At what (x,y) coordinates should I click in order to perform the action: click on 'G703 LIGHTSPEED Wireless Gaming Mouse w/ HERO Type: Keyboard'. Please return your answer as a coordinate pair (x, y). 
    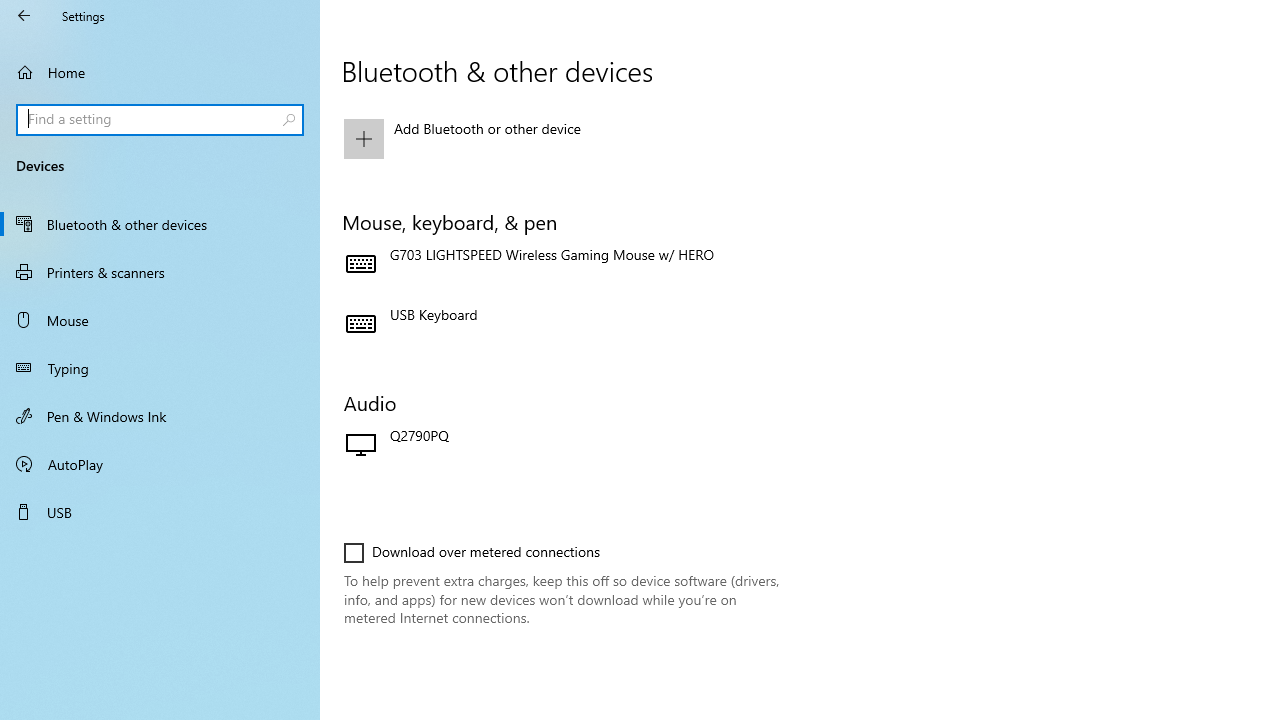
    Looking at the image, I should click on (562, 263).